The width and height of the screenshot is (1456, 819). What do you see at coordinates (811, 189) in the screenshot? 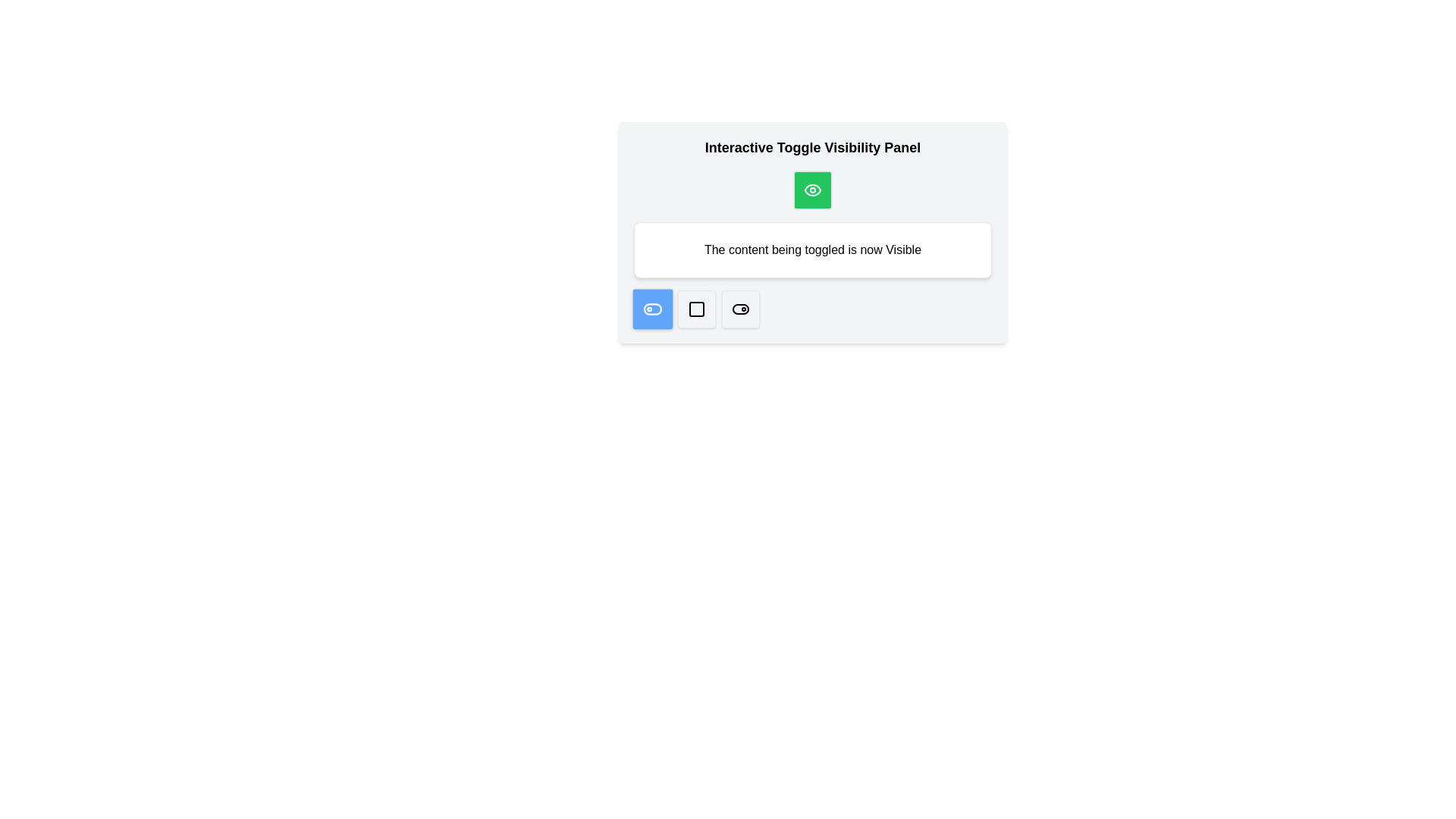
I see `the visually distinct green button with a white eye icon at the center` at bounding box center [811, 189].